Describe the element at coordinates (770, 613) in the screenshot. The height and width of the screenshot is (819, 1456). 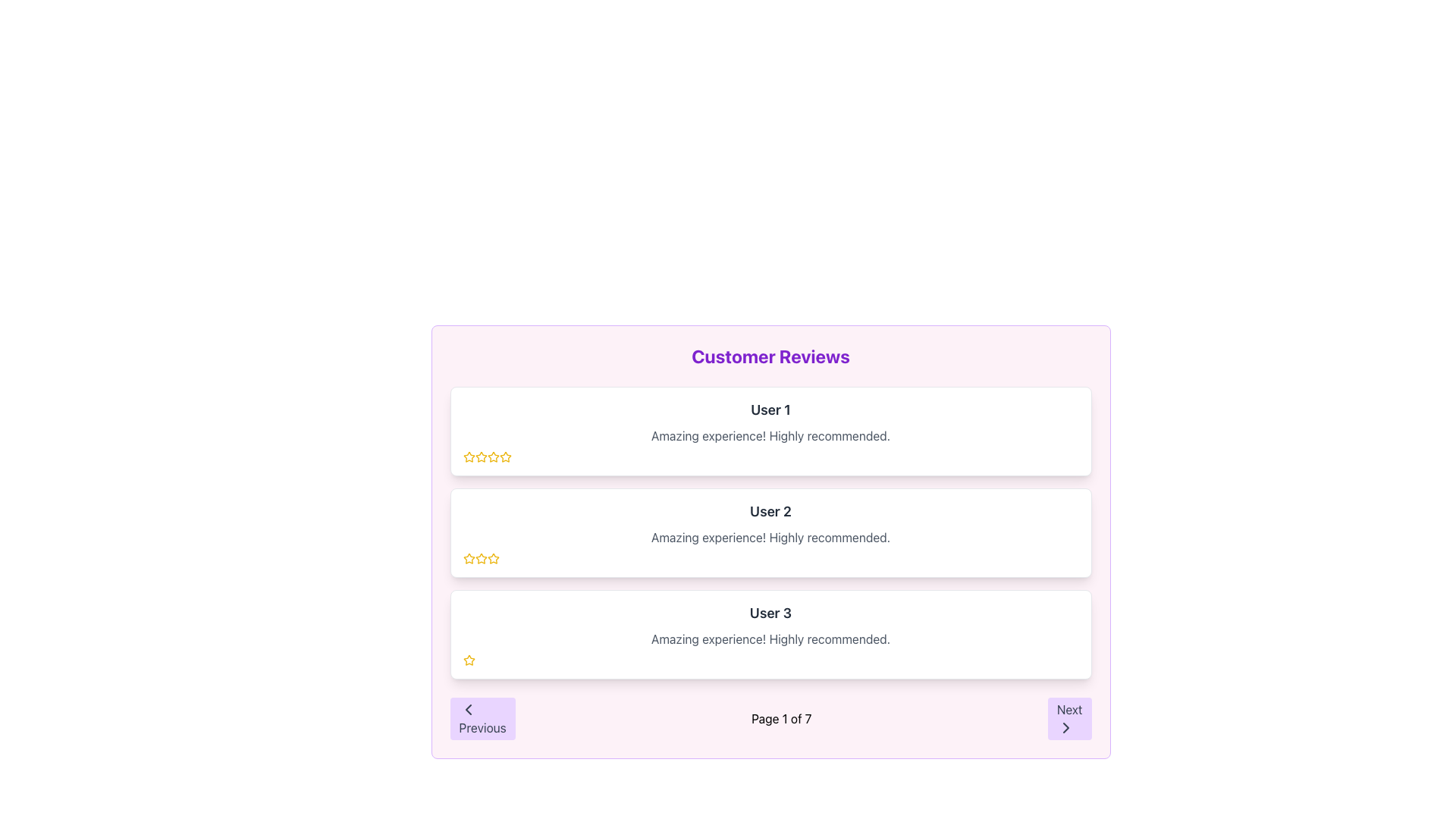
I see `the label identifying the author of the review for 'User 3' located at the top of the review card` at that location.